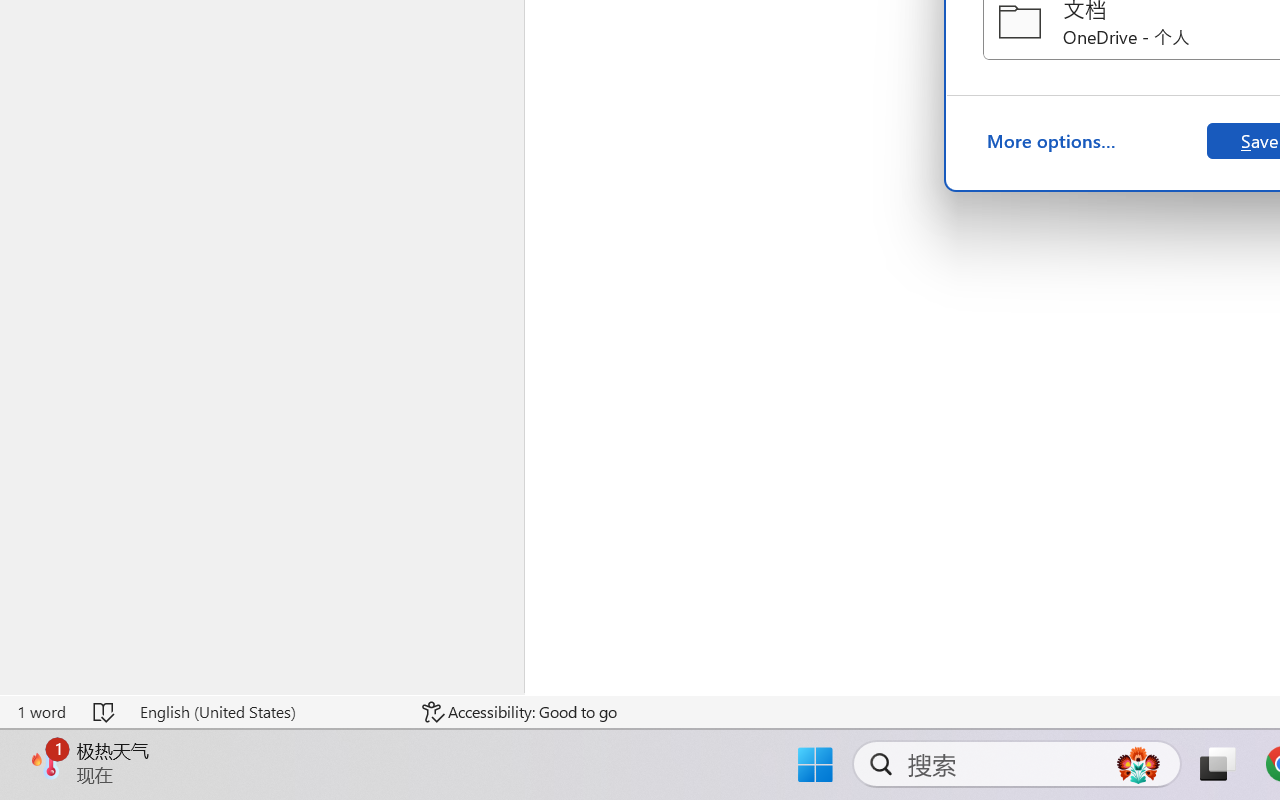  I want to click on 'AutomationID: DynamicSearchBoxGleamImage', so click(1138, 764).